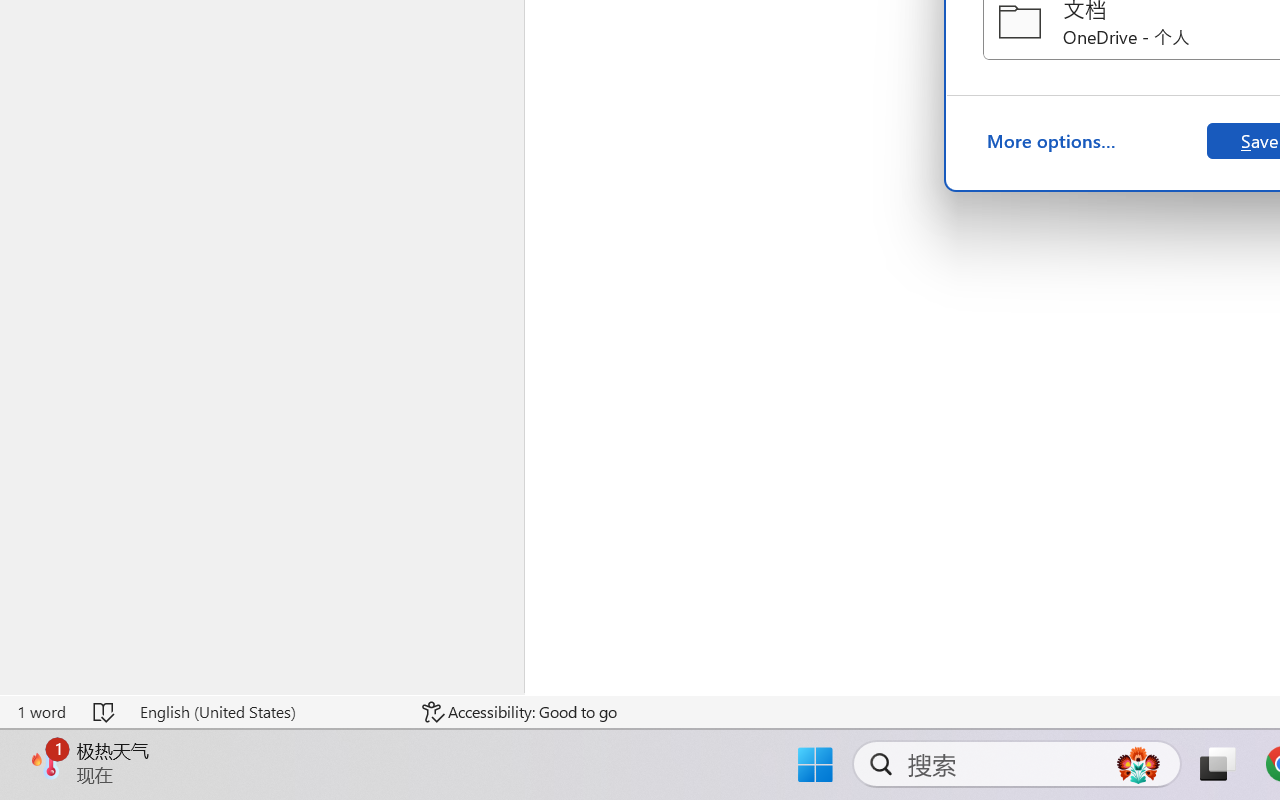  I want to click on 'AutomationID: DynamicSearchBoxGleamImage', so click(1138, 764).